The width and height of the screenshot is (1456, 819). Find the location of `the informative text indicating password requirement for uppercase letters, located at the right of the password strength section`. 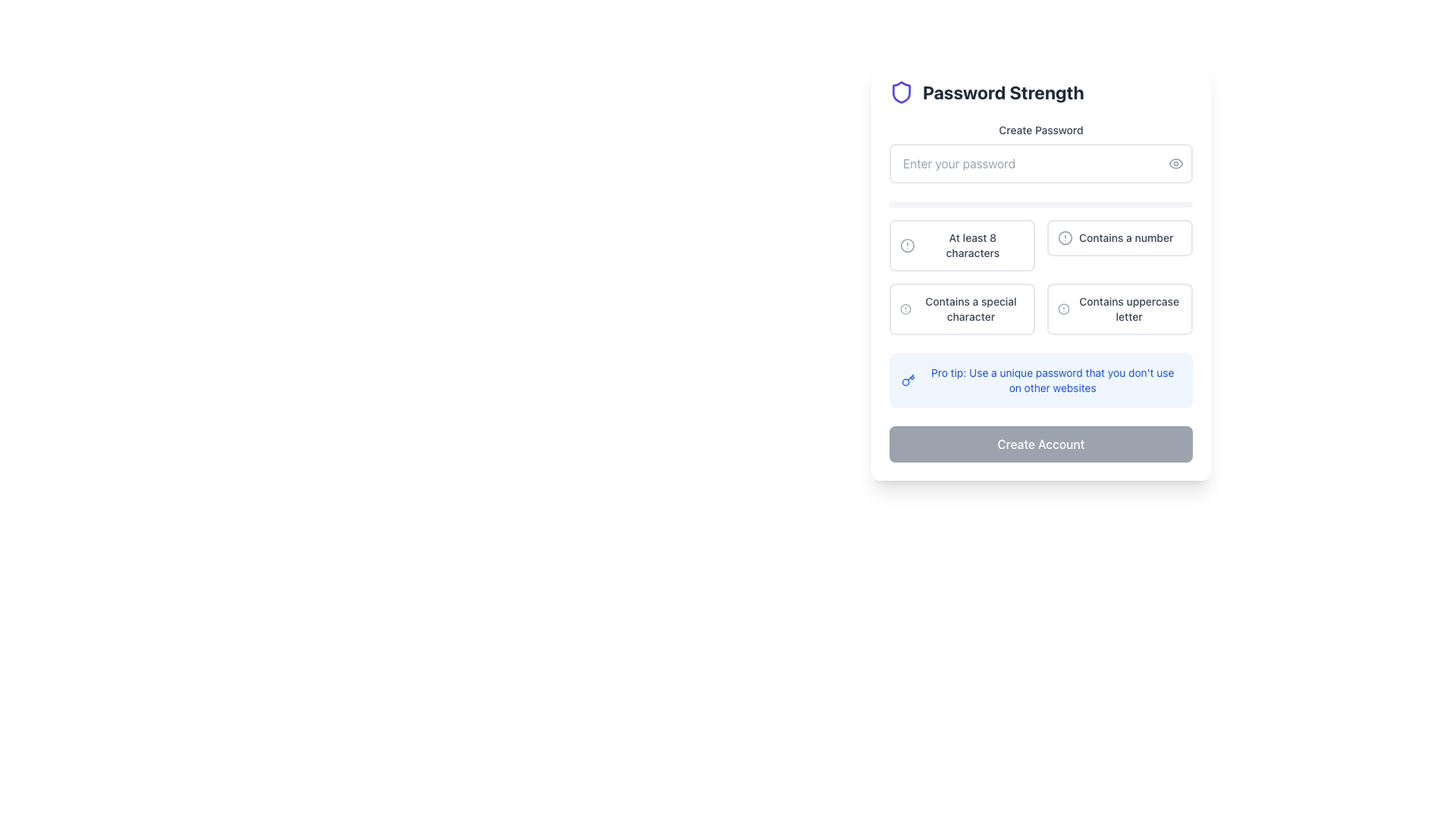

the informative text indicating password requirement for uppercase letters, located at the right of the password strength section is located at coordinates (1120, 309).